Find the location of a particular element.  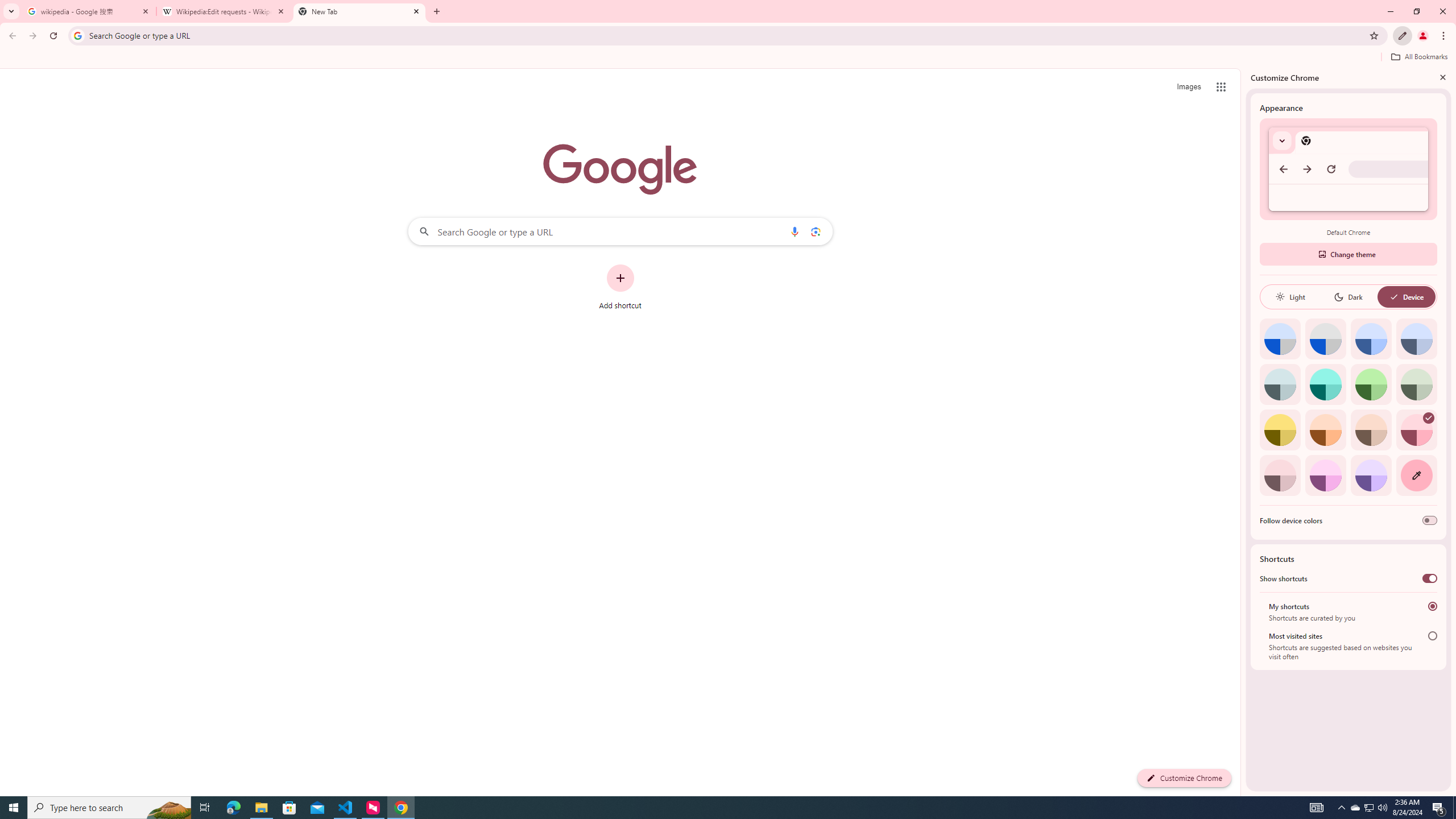

'Viridian' is located at coordinates (1416, 383).